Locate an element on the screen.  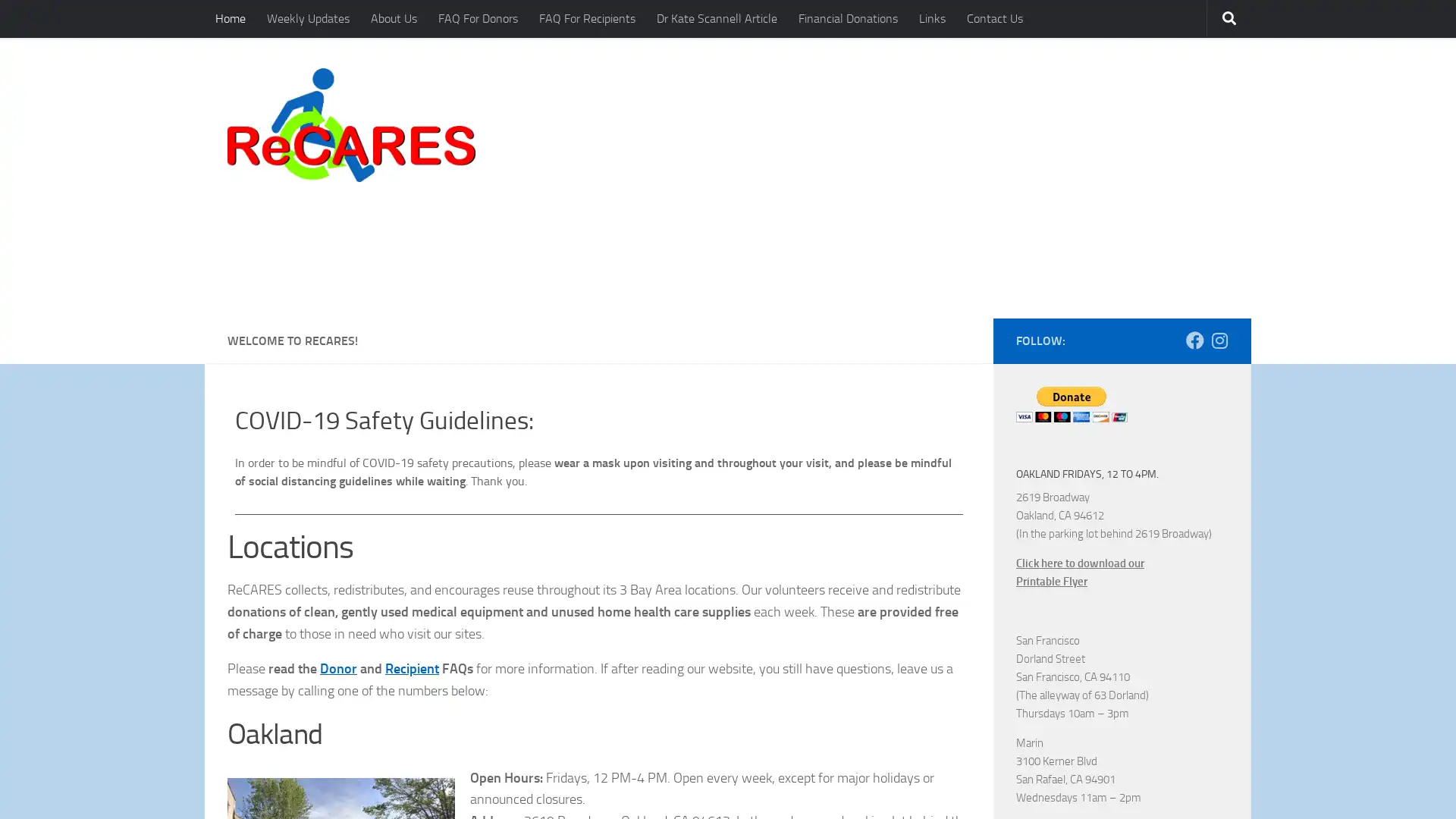
Donate with PayPal button is located at coordinates (1071, 297).